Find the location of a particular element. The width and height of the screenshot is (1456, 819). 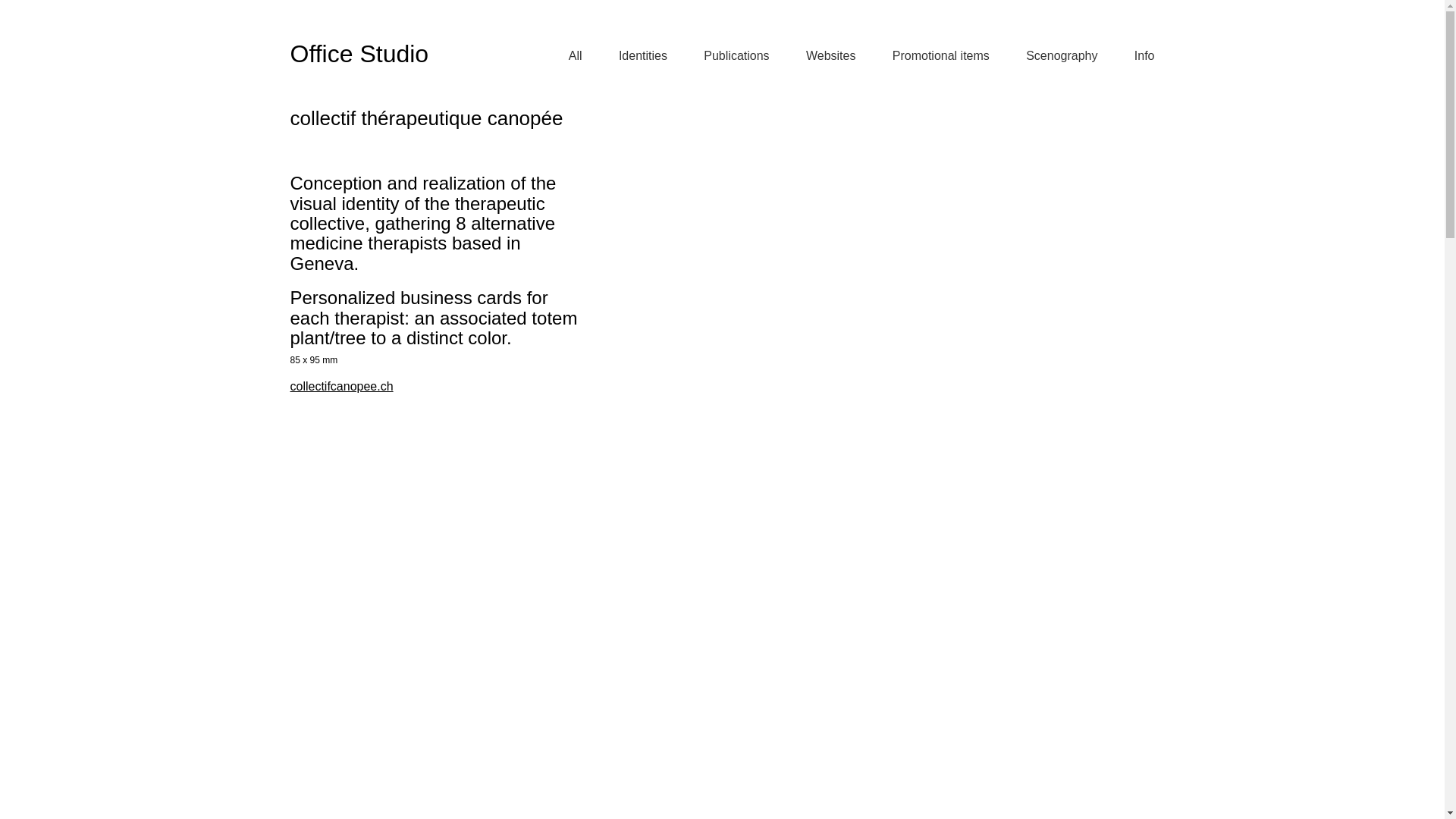

'Identities' is located at coordinates (619, 55).